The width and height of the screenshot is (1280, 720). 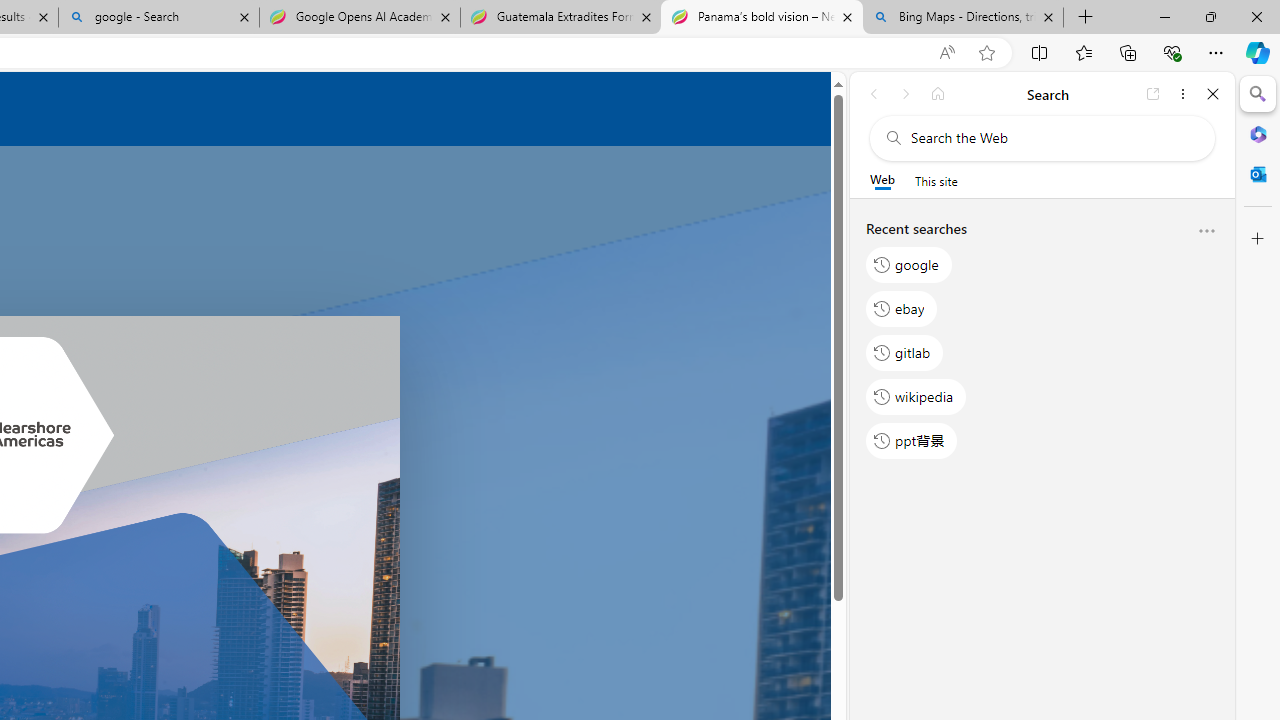 I want to click on 'Forward', so click(x=905, y=93).